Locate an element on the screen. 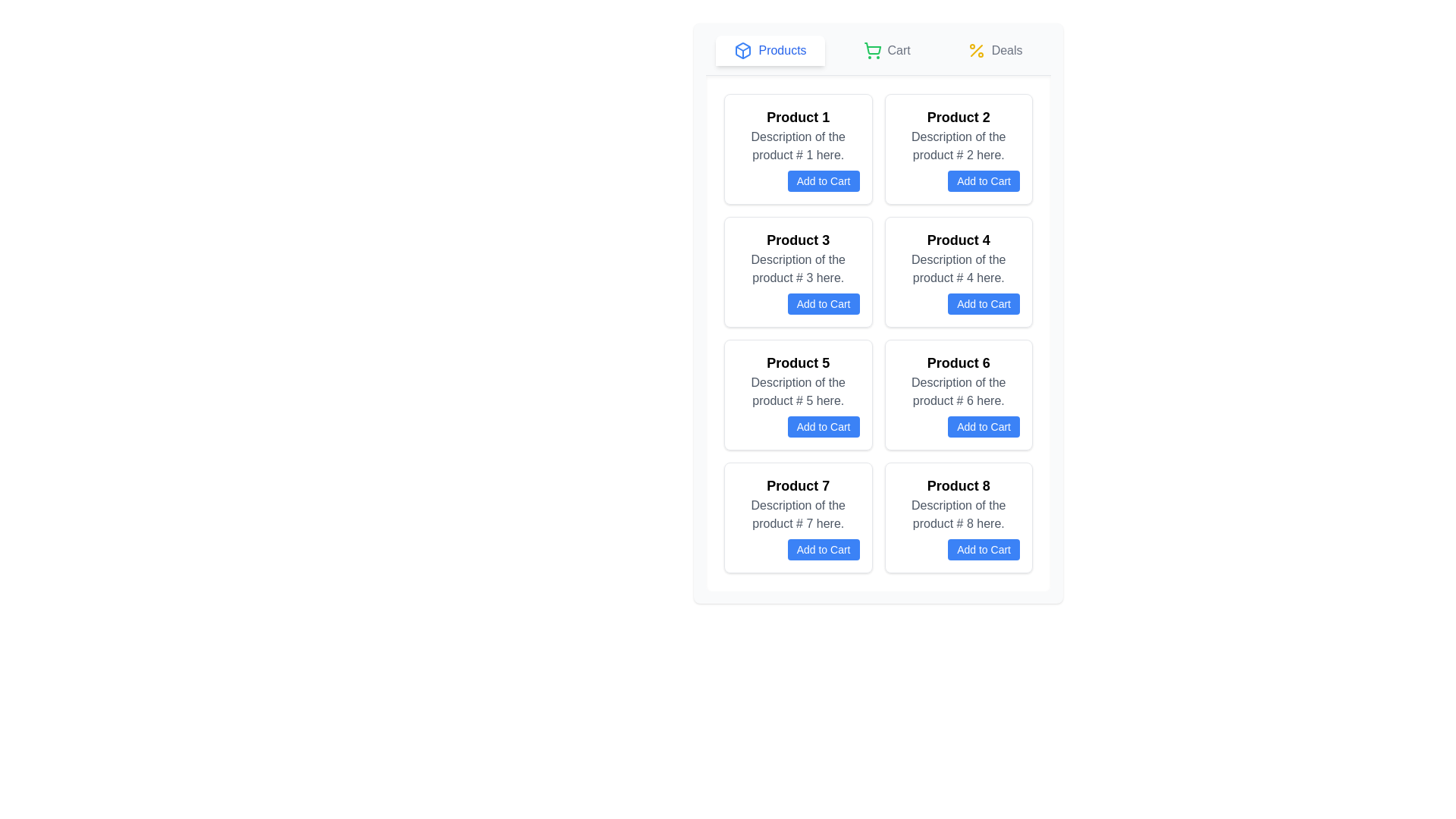 This screenshot has height=819, width=1456. the product title text located at the top of the card in the third row, first column of a grid layout is located at coordinates (797, 362).